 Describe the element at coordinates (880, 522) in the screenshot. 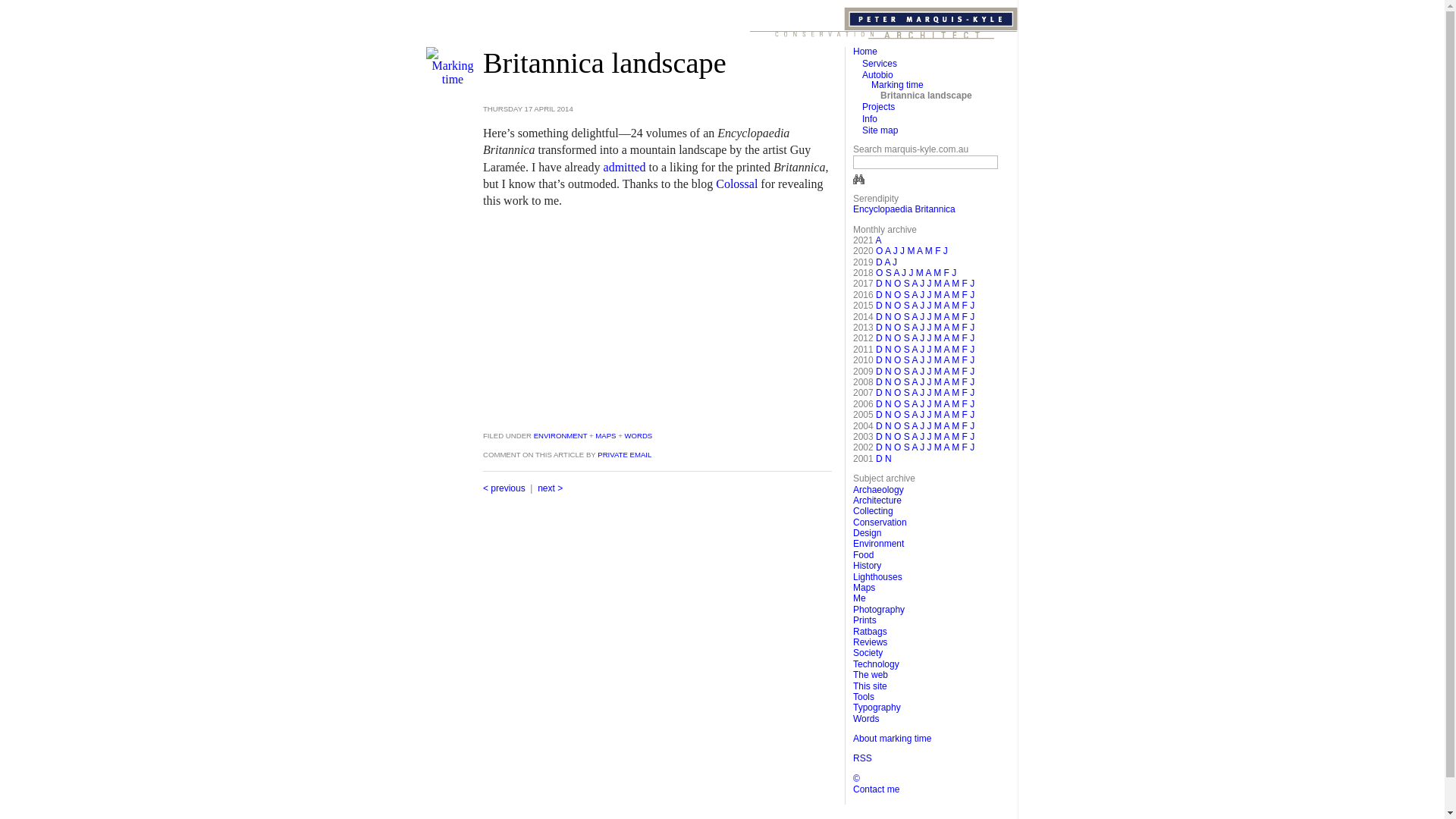

I see `'Conservation'` at that location.